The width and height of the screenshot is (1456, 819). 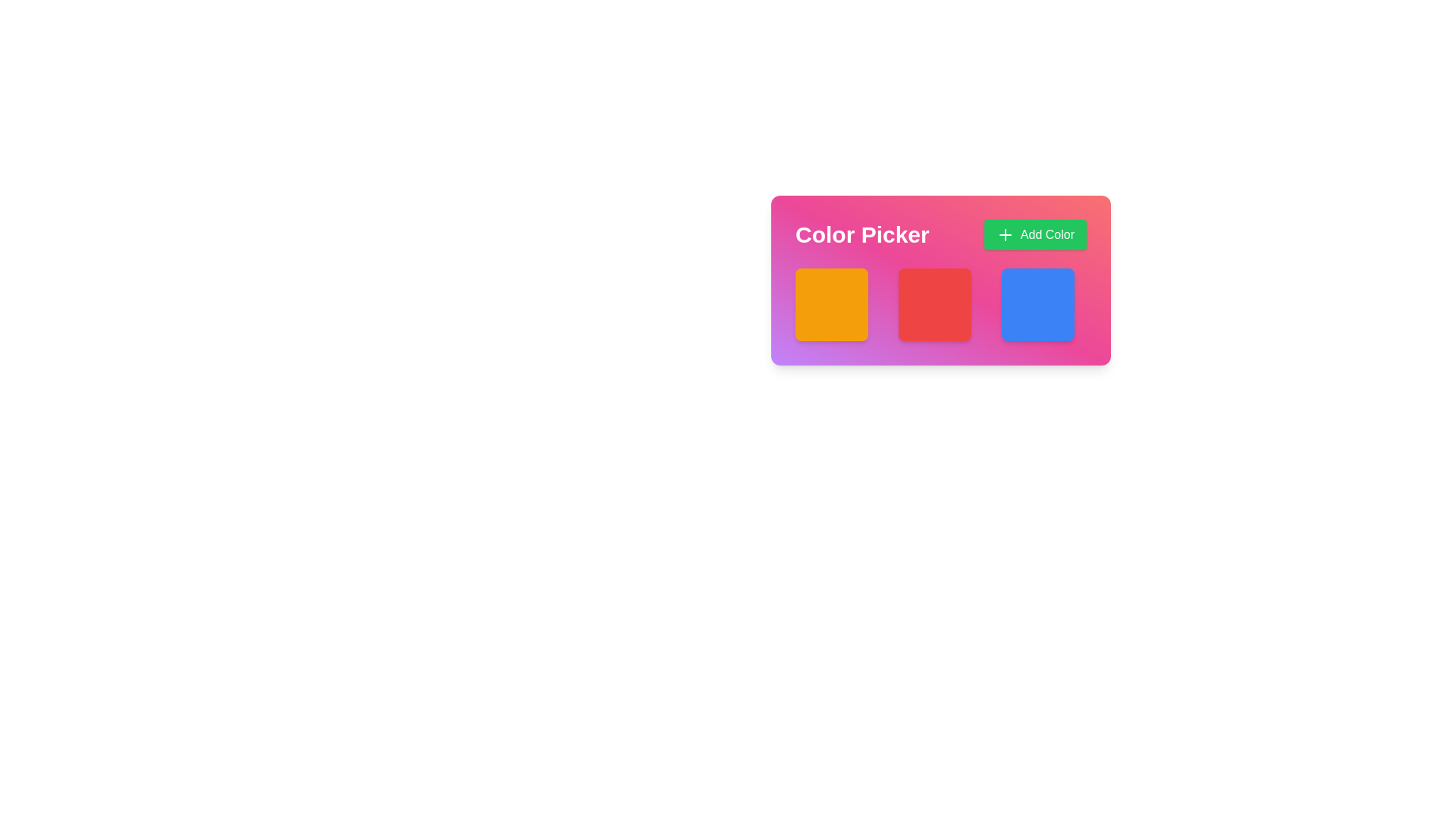 I want to click on the plus icon located within the 'Add Color' button to initiate the 'Add Color' function, so click(x=1005, y=234).